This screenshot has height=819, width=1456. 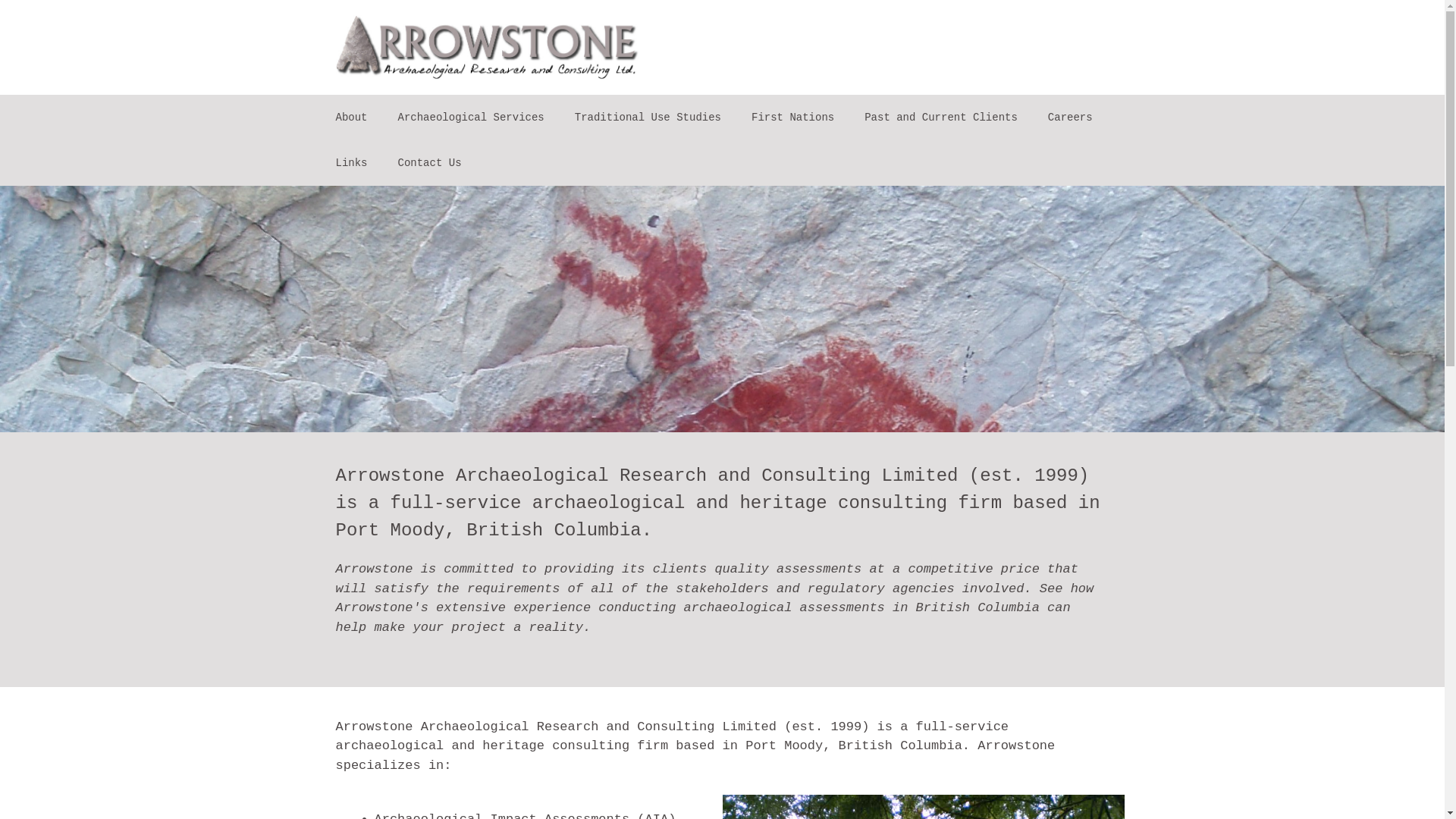 What do you see at coordinates (428, 163) in the screenshot?
I see `'Contact Us'` at bounding box center [428, 163].